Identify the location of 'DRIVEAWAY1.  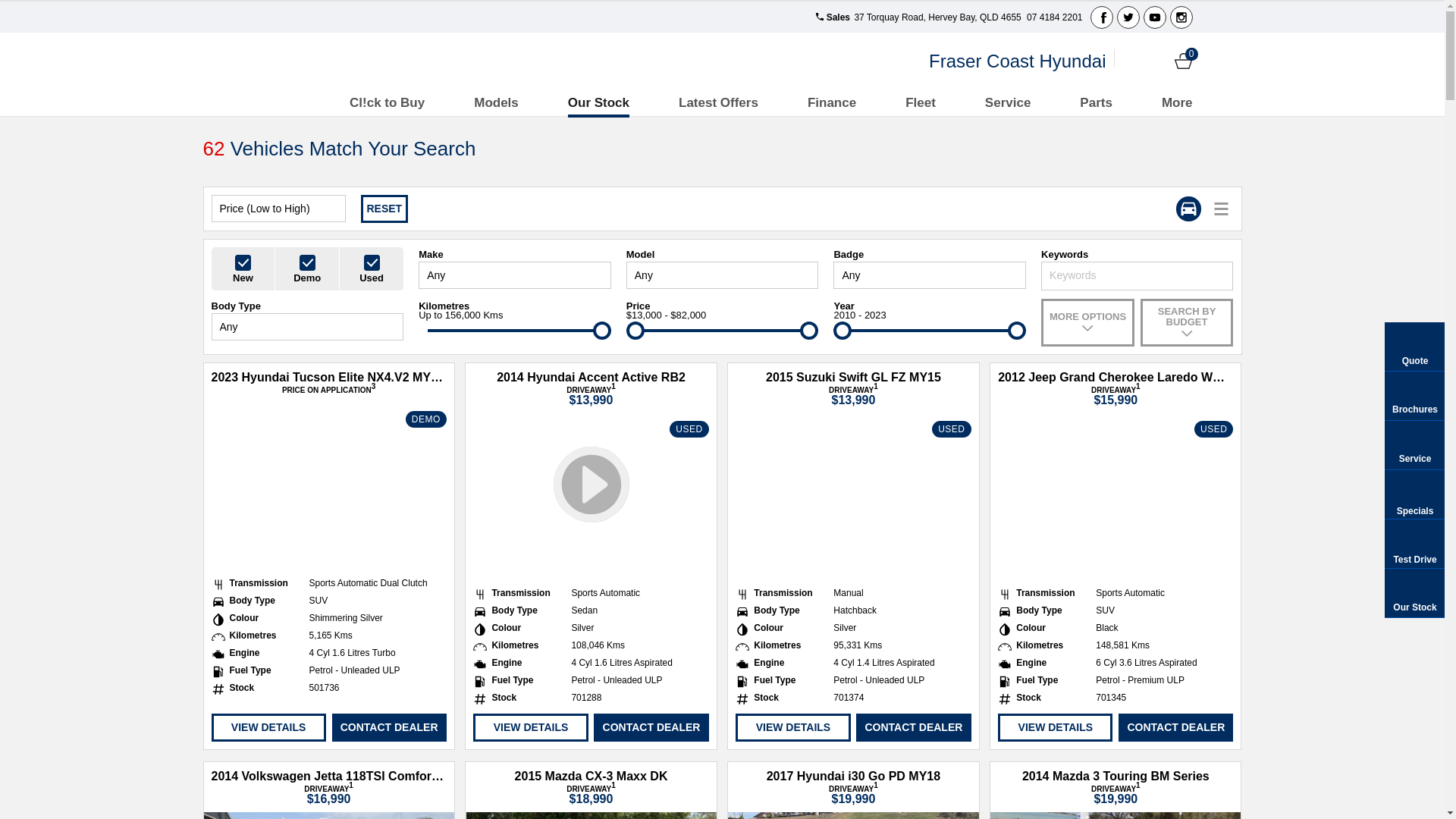
(328, 792).